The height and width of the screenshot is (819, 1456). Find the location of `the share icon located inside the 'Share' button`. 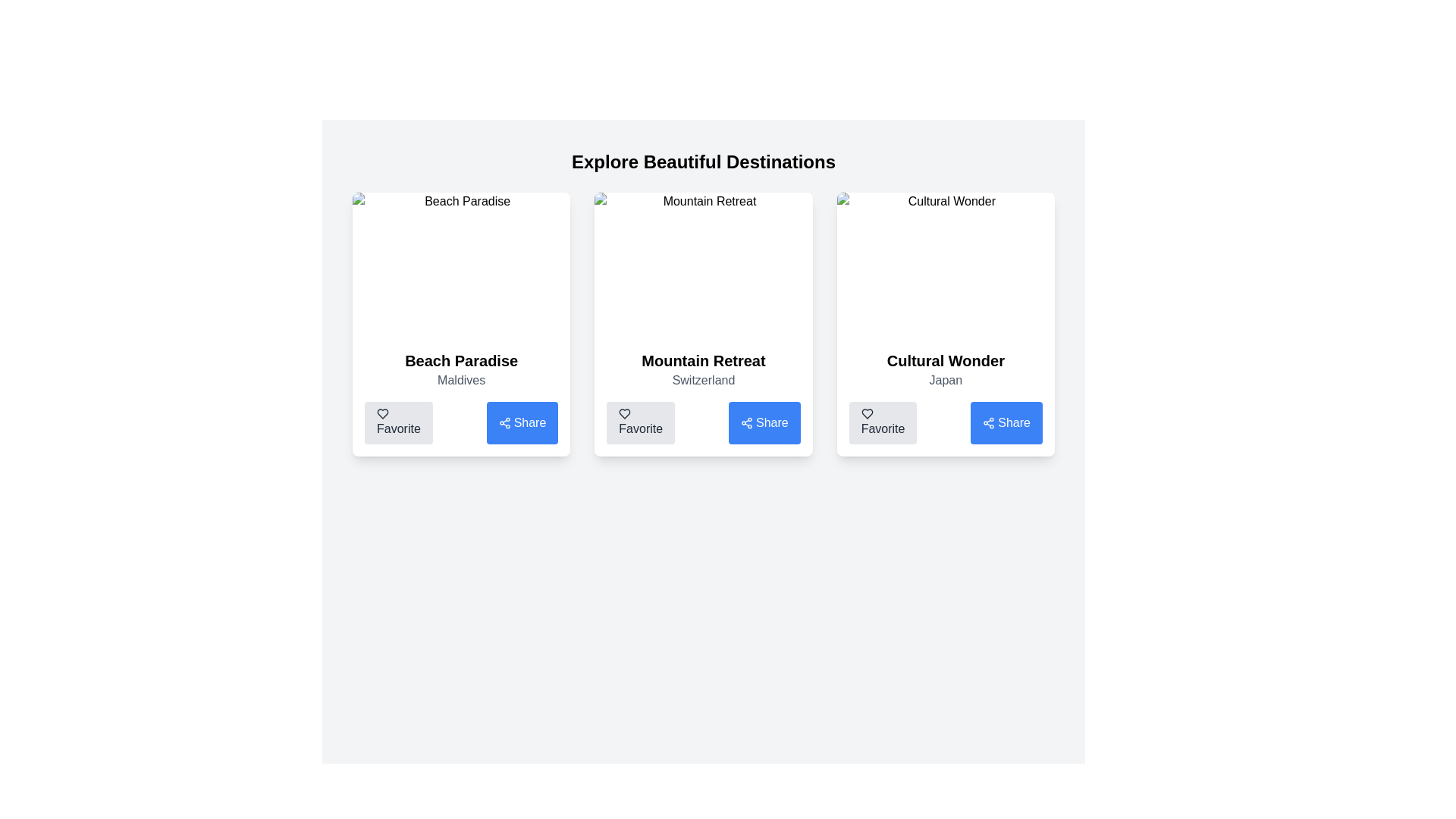

the share icon located inside the 'Share' button is located at coordinates (746, 423).